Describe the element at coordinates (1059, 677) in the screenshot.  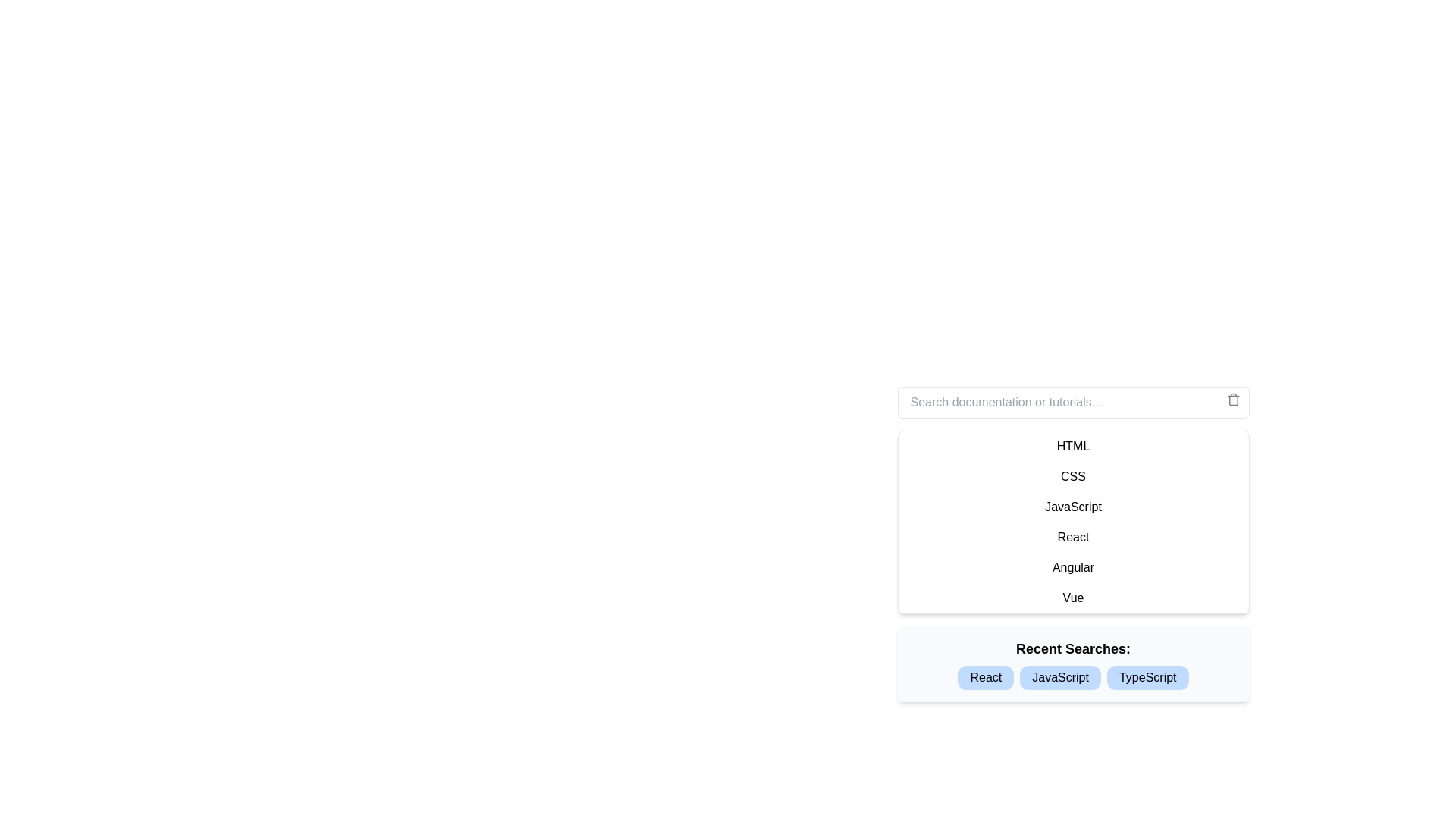
I see `the 'JavaScript' button, which is a horizontally-oriented pill-shaped button with a light blue background and bold black font, located between the 'React' and 'TypeScript' buttons in the 'Recent Searches' section` at that location.